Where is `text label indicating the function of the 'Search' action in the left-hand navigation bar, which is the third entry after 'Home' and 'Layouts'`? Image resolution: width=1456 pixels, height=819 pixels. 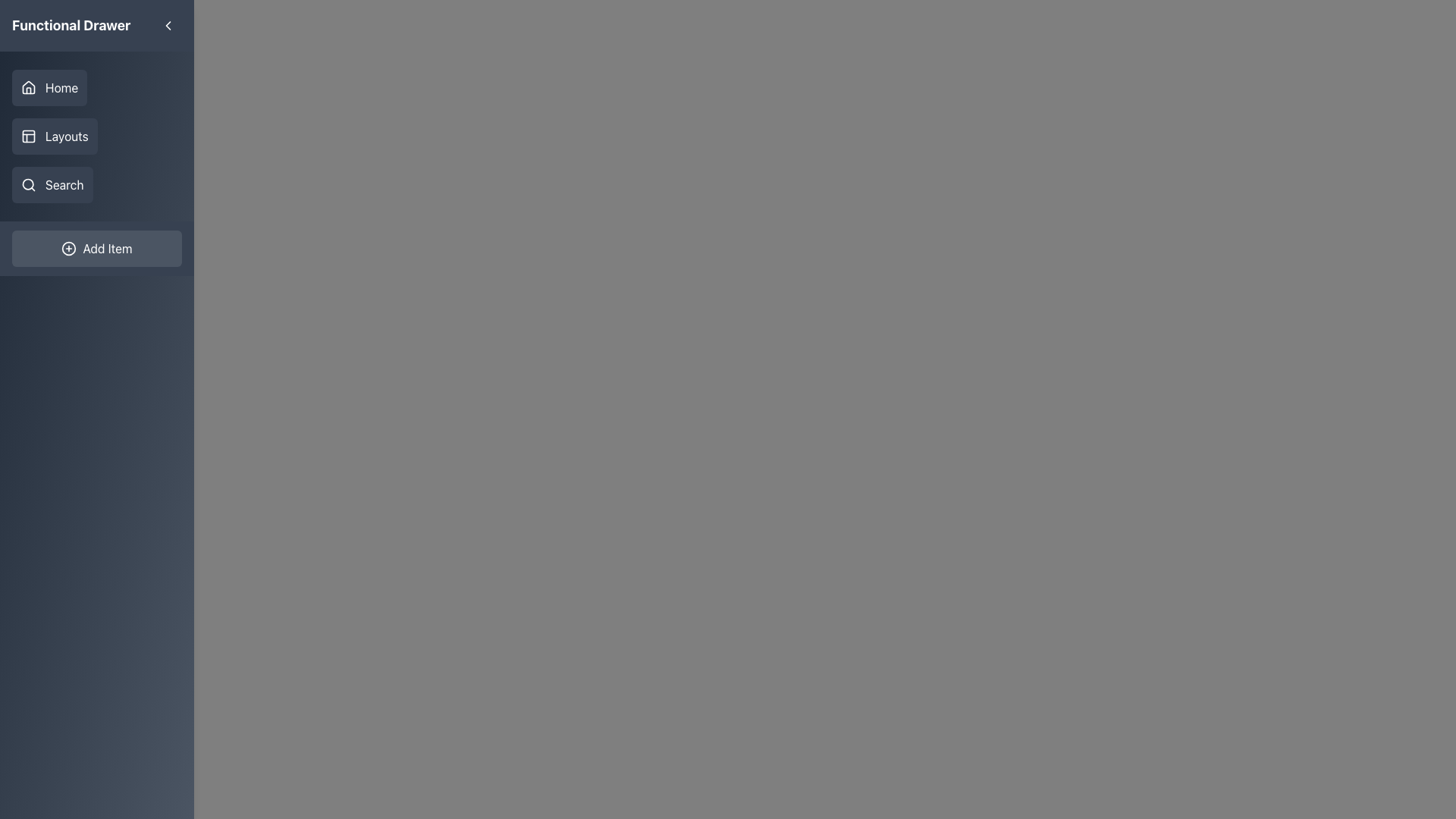 text label indicating the function of the 'Search' action in the left-hand navigation bar, which is the third entry after 'Home' and 'Layouts' is located at coordinates (64, 184).